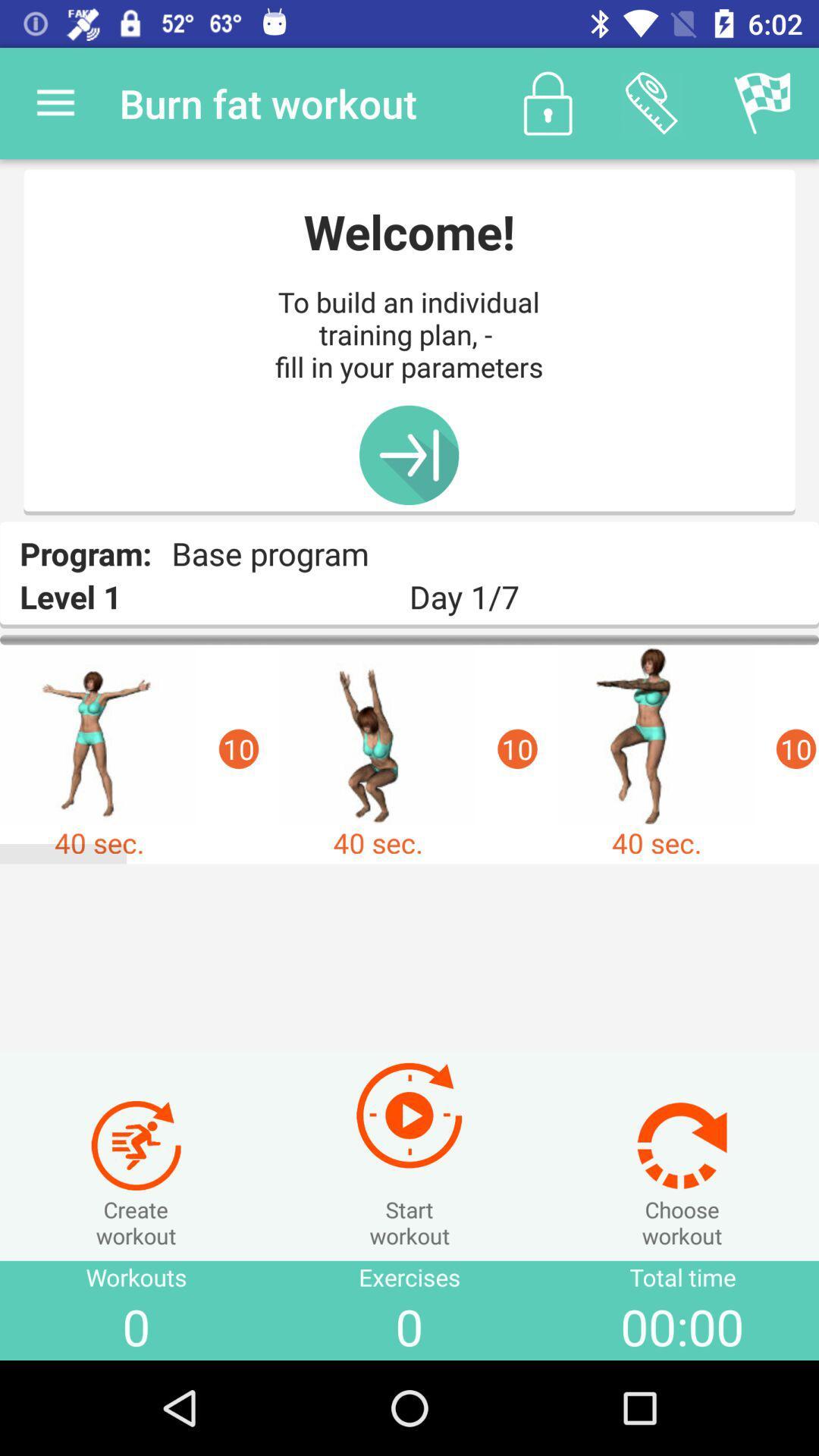  Describe the element at coordinates (408, 454) in the screenshot. I see `the icon above base program icon` at that location.